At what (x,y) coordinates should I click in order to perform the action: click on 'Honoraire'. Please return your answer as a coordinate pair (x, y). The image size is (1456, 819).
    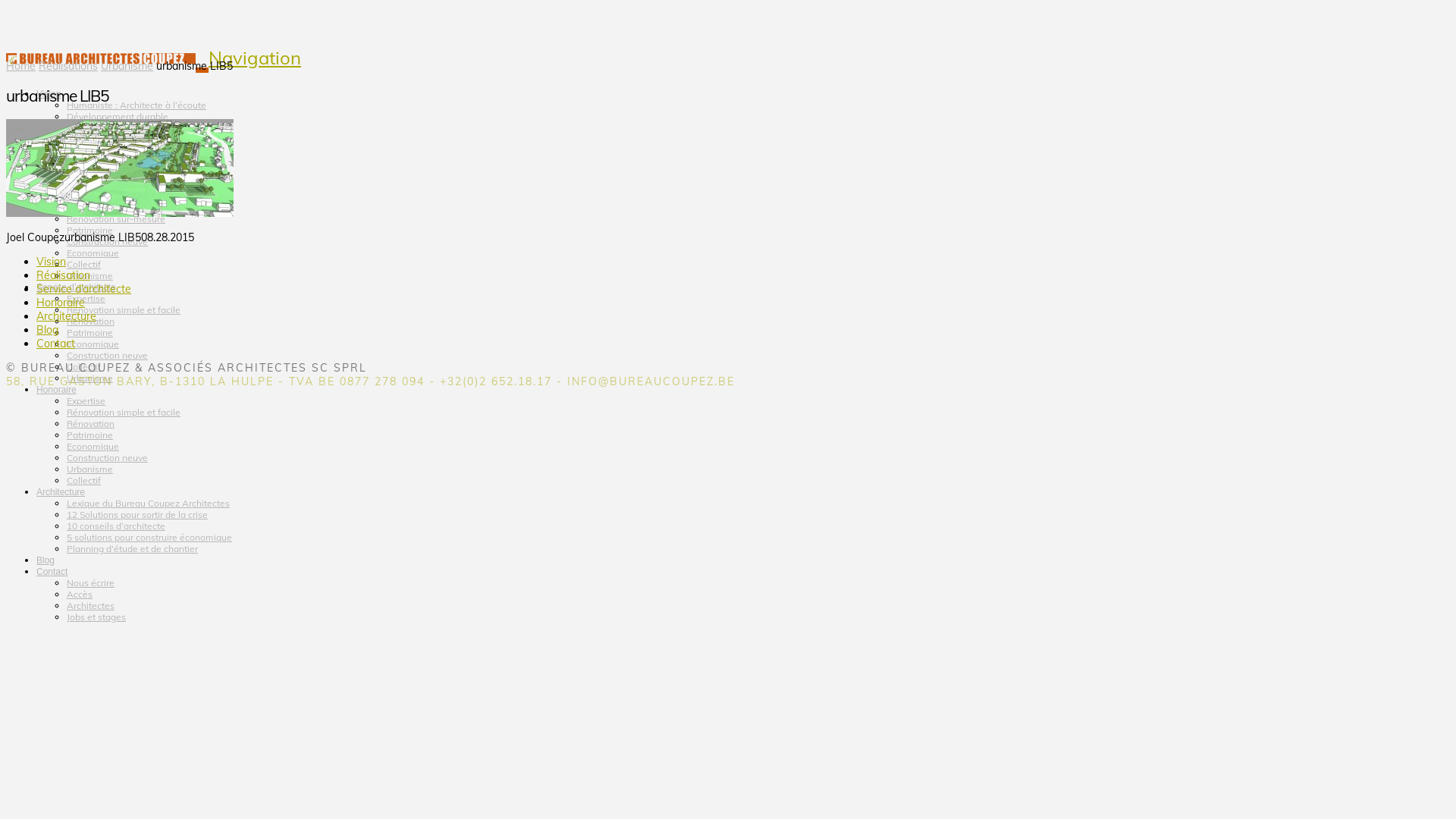
    Looking at the image, I should click on (36, 375).